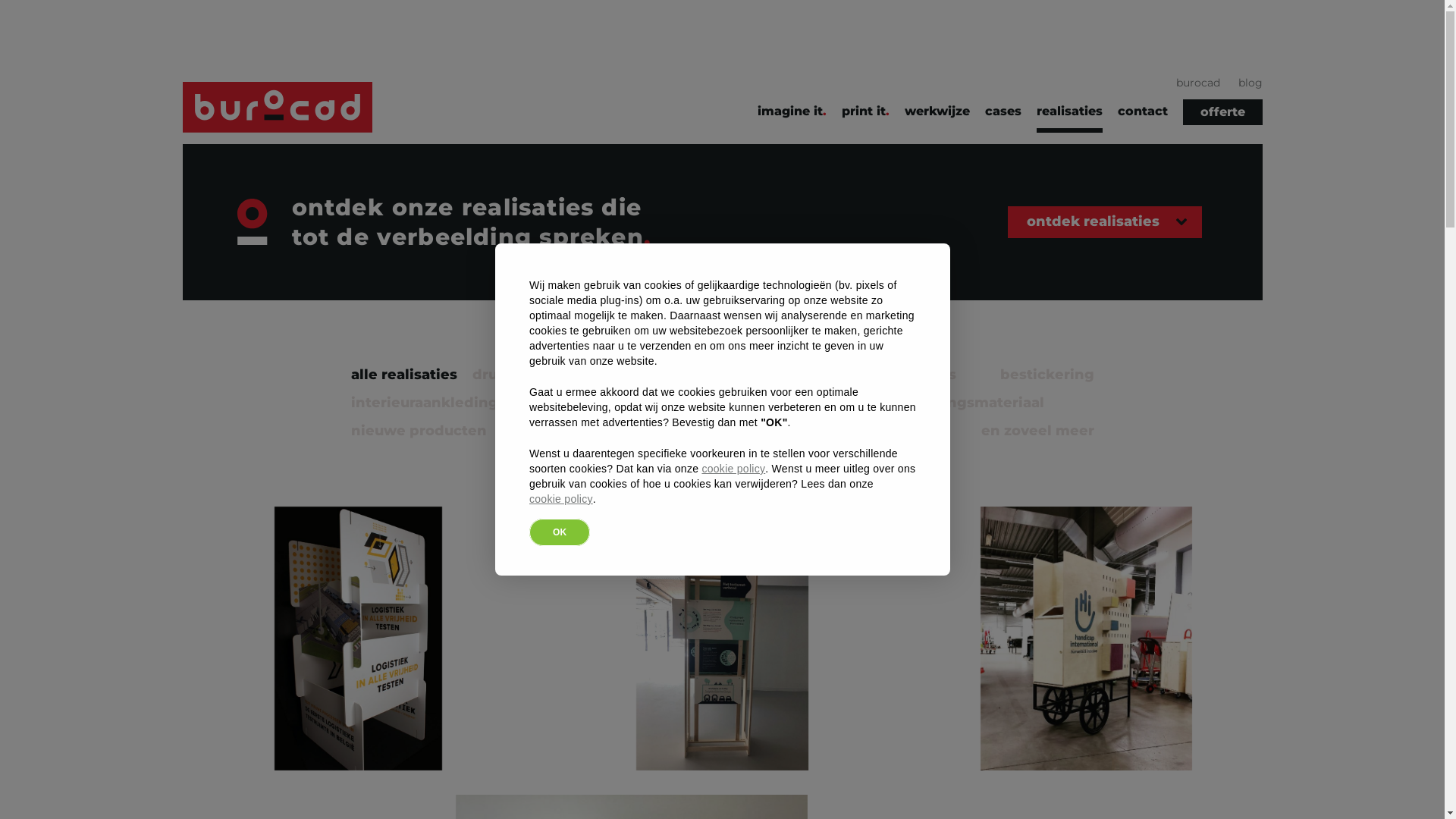 The width and height of the screenshot is (1456, 819). What do you see at coordinates (276, 106) in the screenshot?
I see `'Burocad'` at bounding box center [276, 106].